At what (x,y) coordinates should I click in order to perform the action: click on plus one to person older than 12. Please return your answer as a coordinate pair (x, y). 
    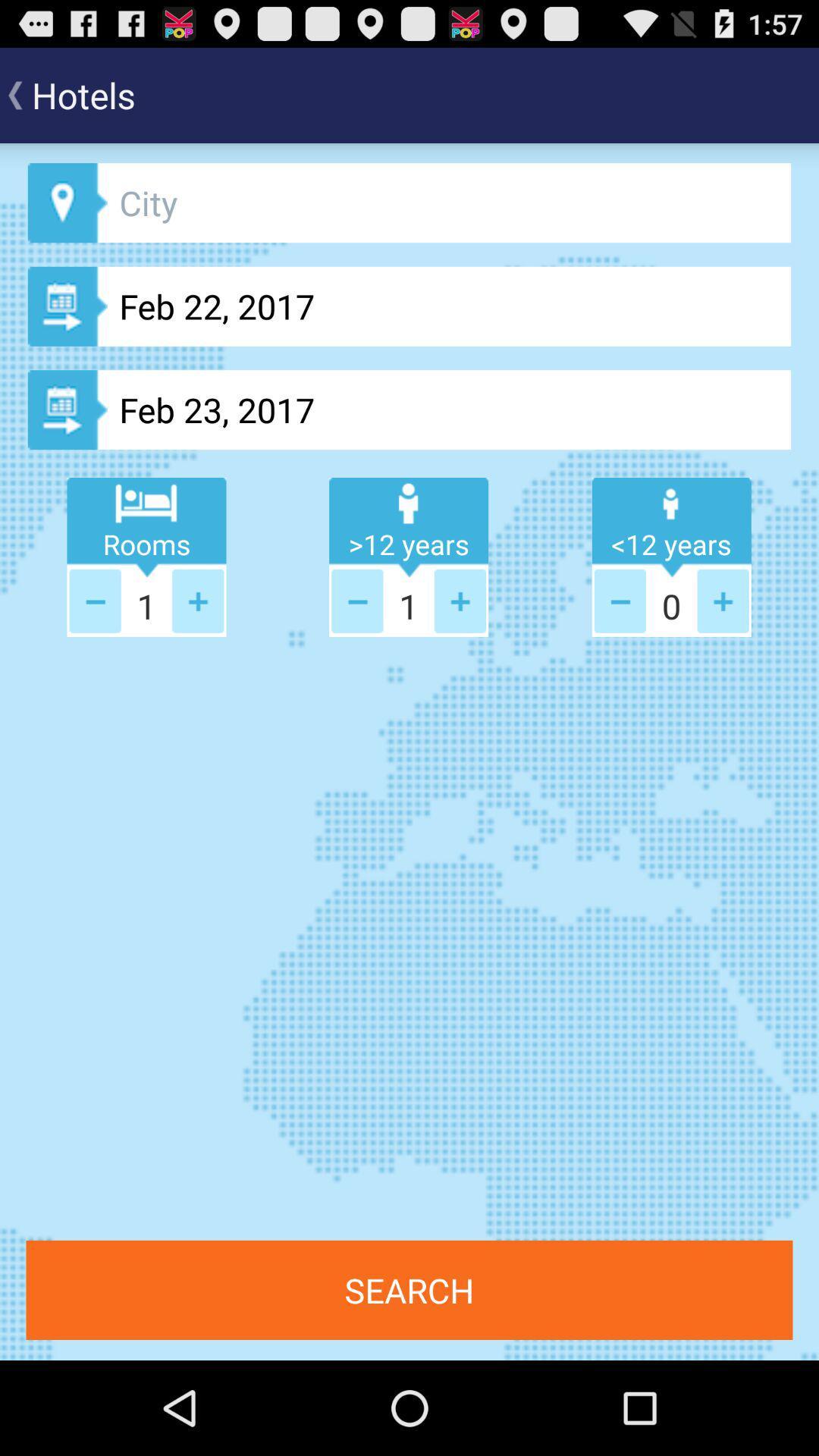
    Looking at the image, I should click on (722, 600).